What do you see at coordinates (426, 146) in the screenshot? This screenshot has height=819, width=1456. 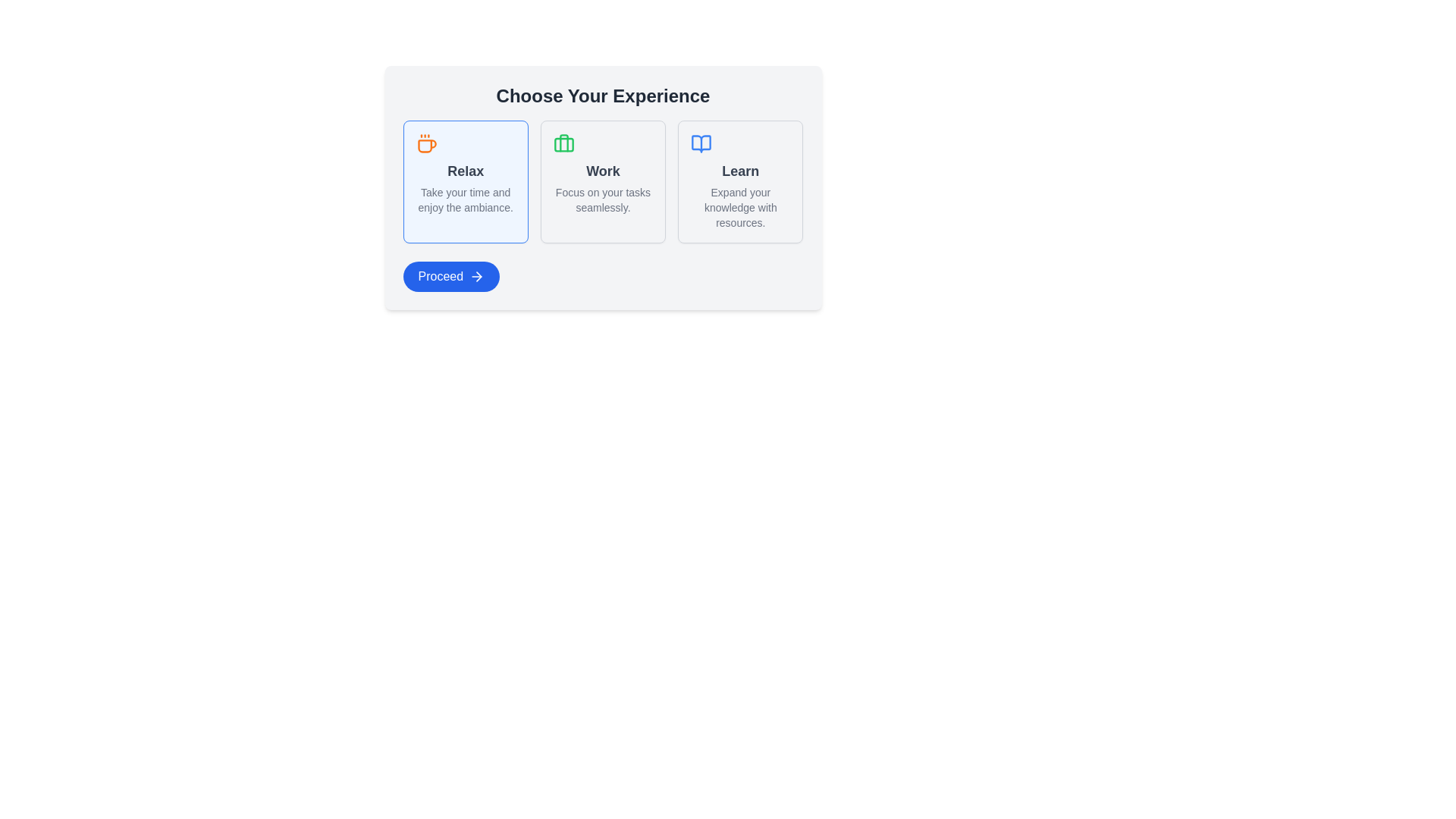 I see `the relaxation icon located in the top left box labeled 'Relax' in the 'Choose Your Experience' section, which serves as an indicator for leisure activities` at bounding box center [426, 146].